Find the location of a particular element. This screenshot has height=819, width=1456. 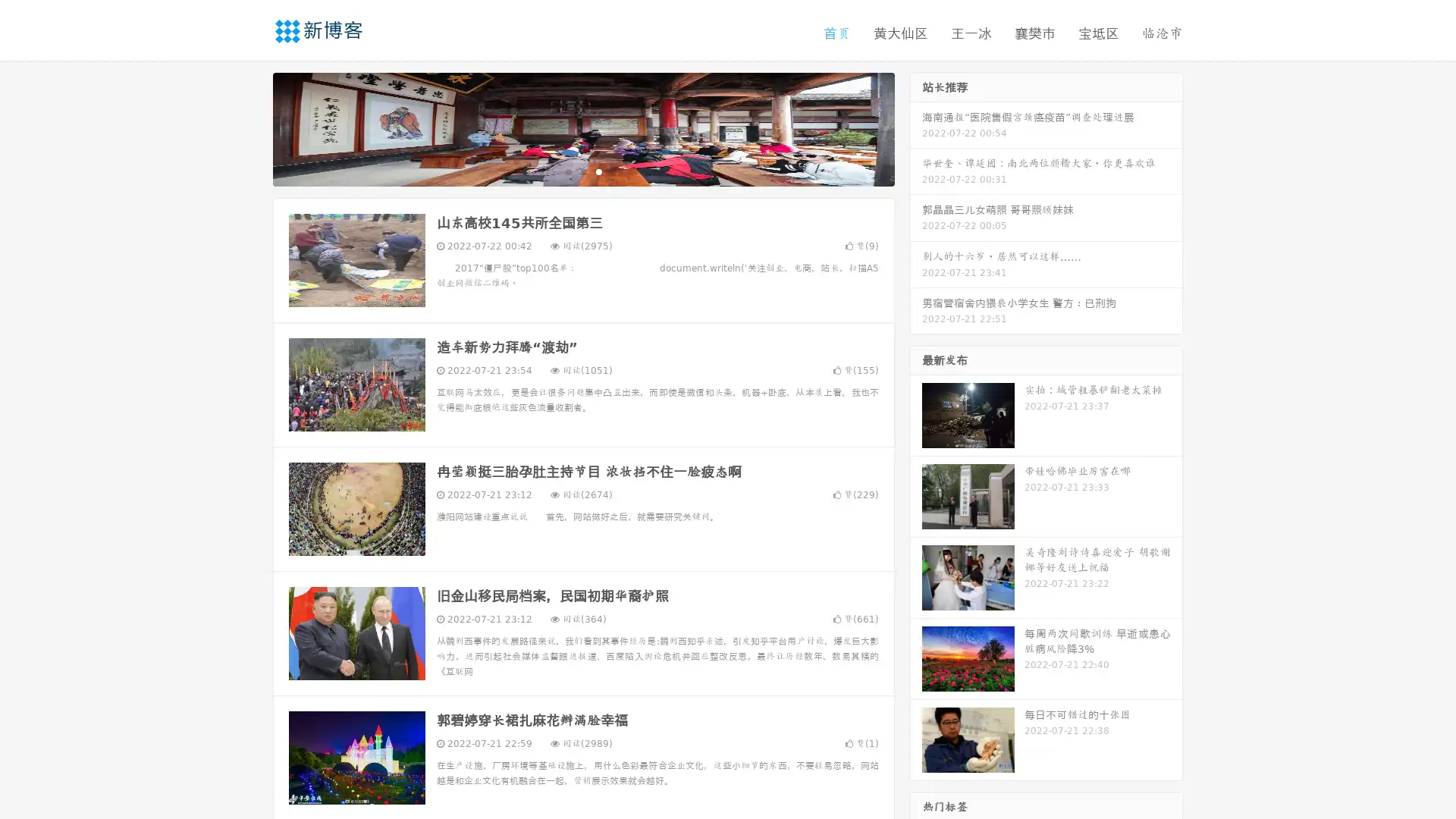

Go to slide 2 is located at coordinates (582, 171).